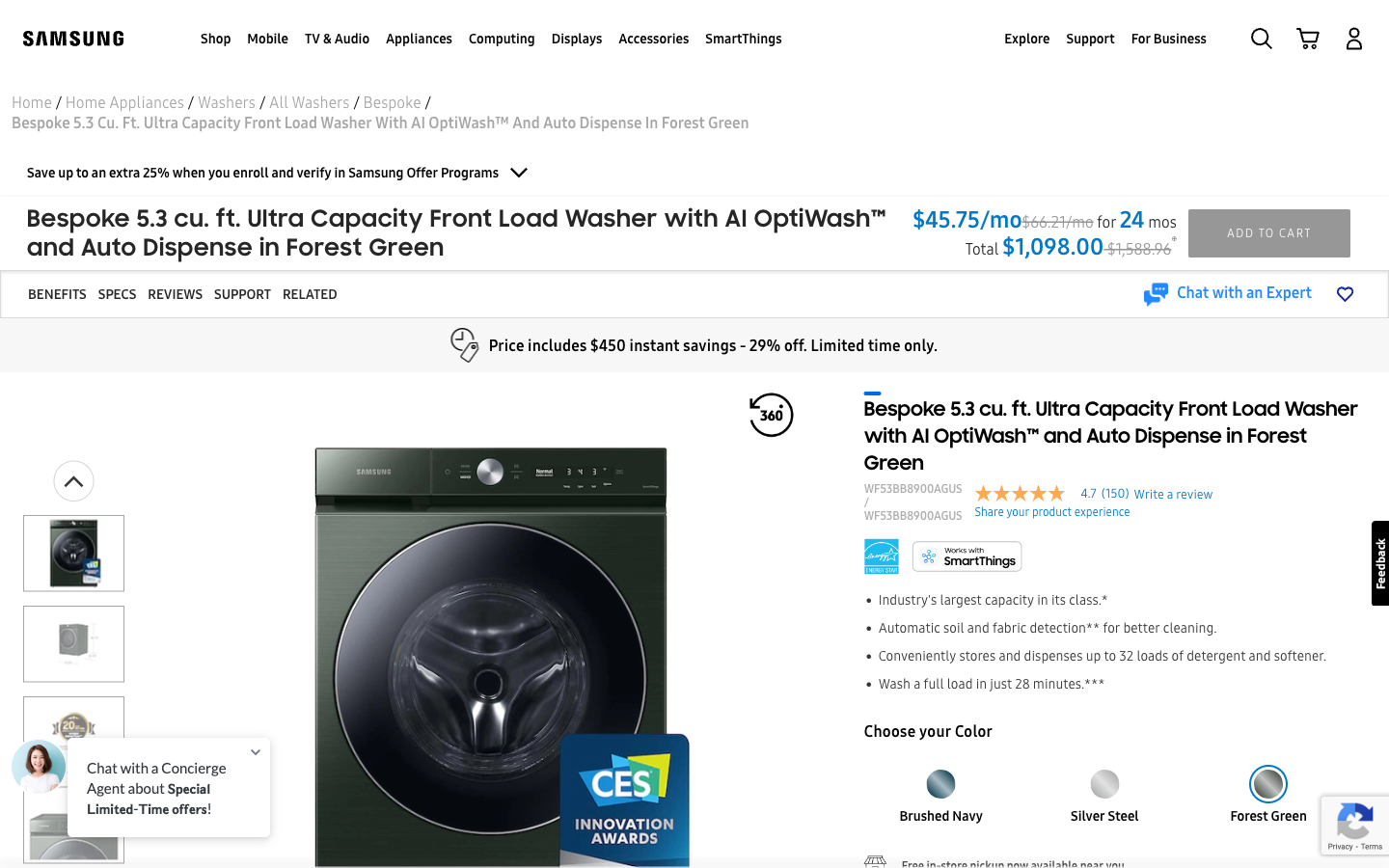  I want to click on Pick the emerald green color and click on the first image, so click(1103, 777).